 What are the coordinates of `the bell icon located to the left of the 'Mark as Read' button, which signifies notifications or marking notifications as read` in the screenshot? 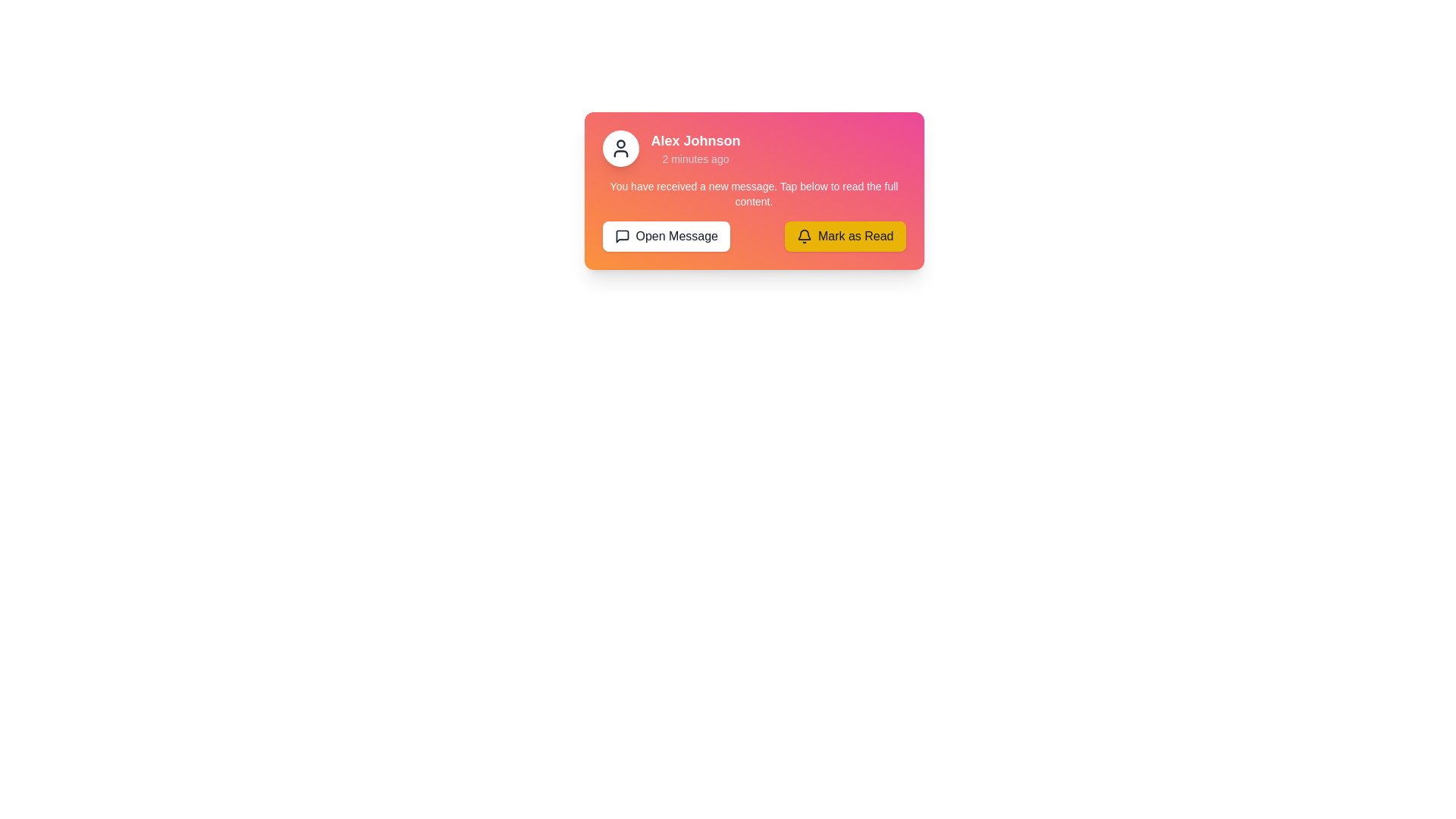 It's located at (803, 237).